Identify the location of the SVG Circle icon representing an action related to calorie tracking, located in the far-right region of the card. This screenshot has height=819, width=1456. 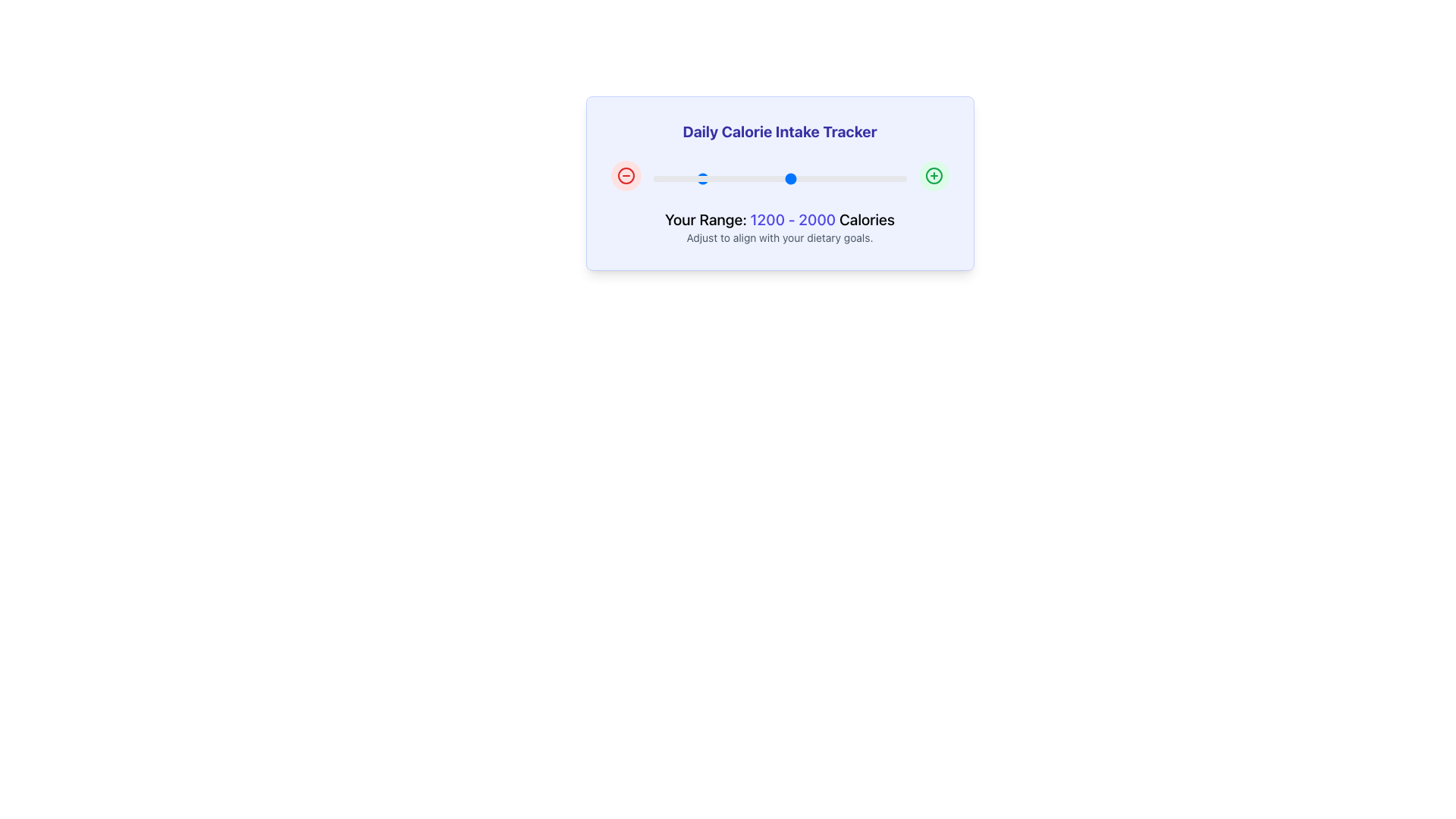
(933, 174).